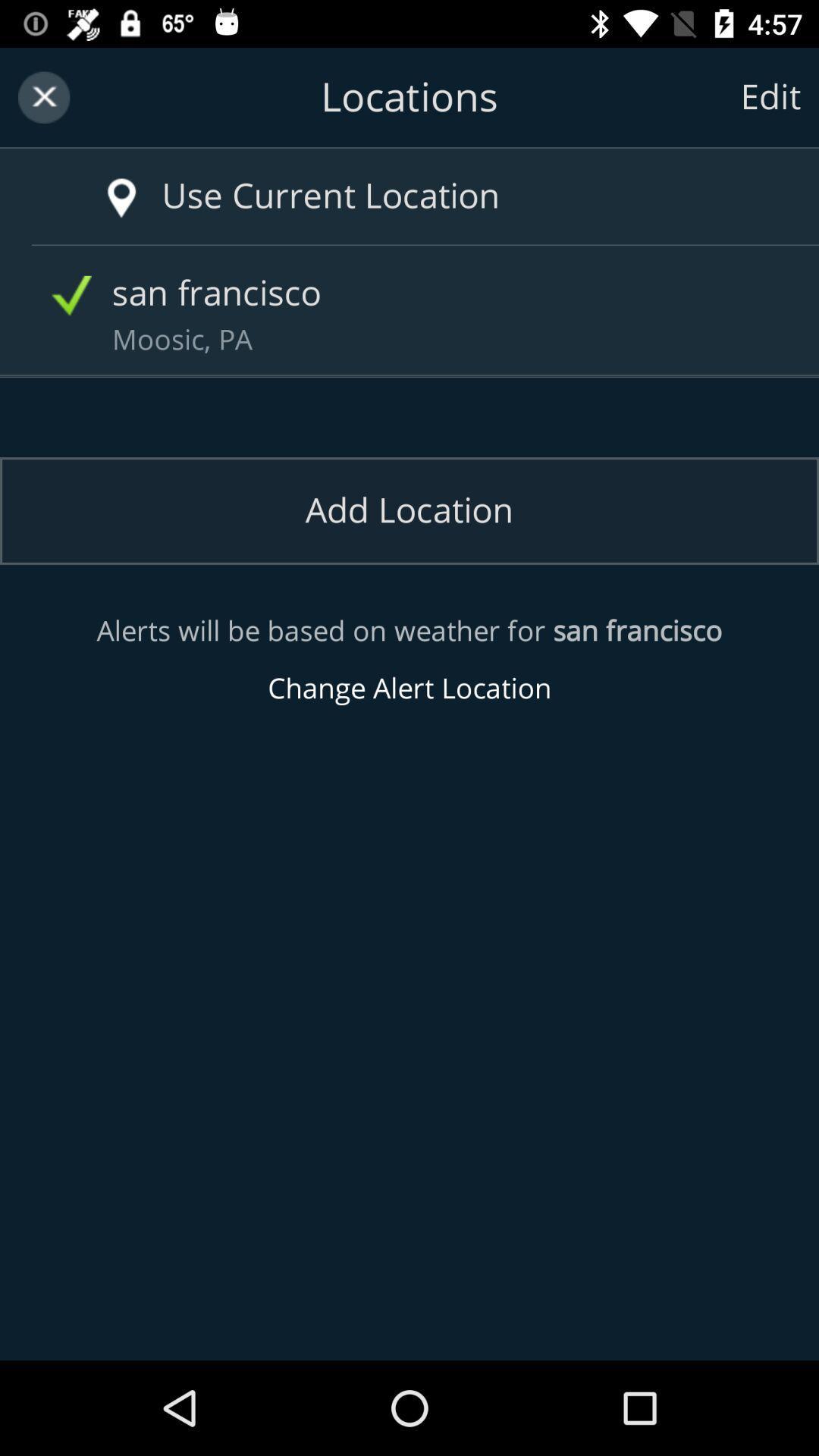 The height and width of the screenshot is (1456, 819). I want to click on app, so click(43, 96).